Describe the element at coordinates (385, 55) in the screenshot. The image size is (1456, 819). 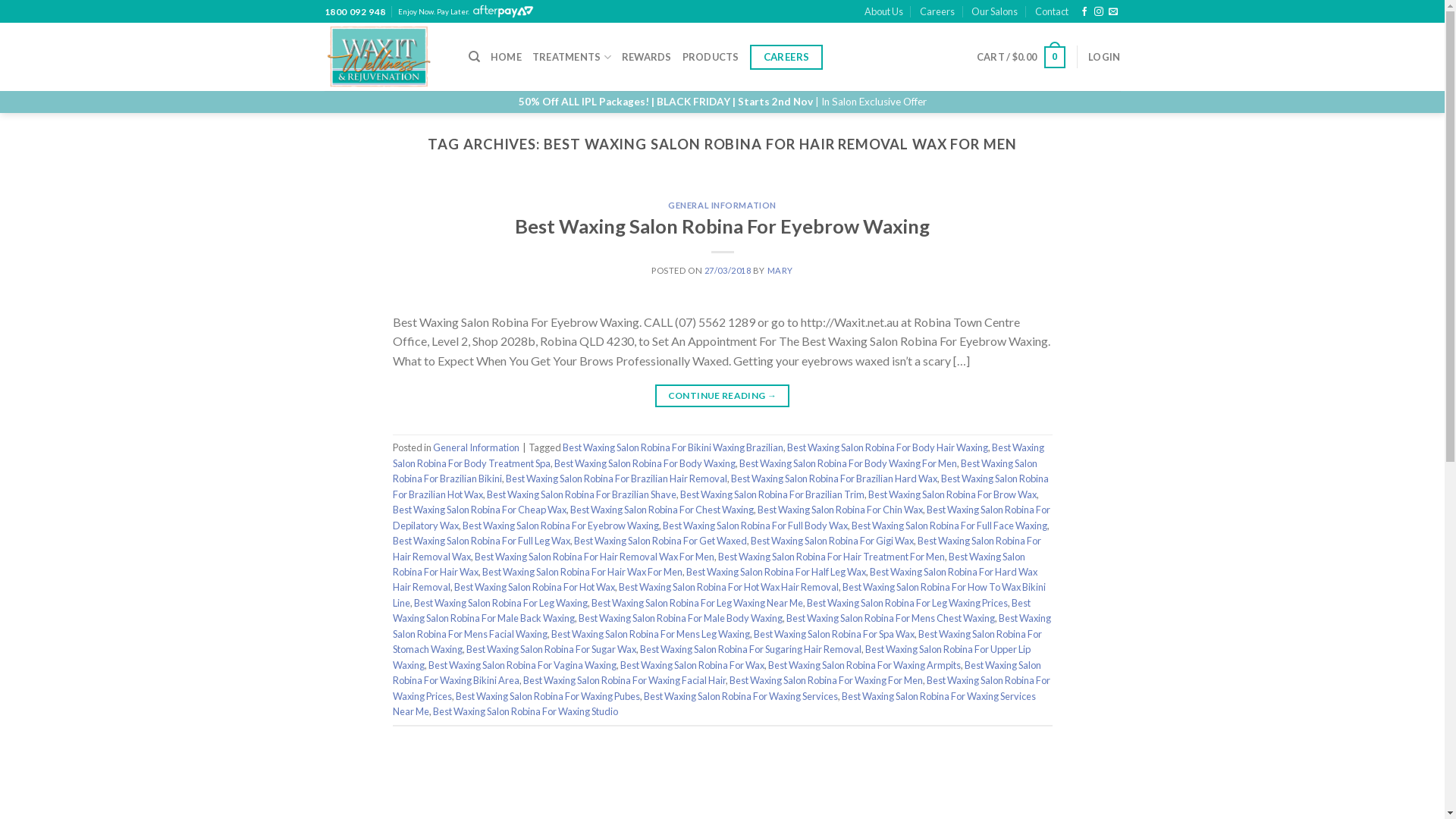
I see `'Wax It - Wellness & Rejuvenation'` at that location.